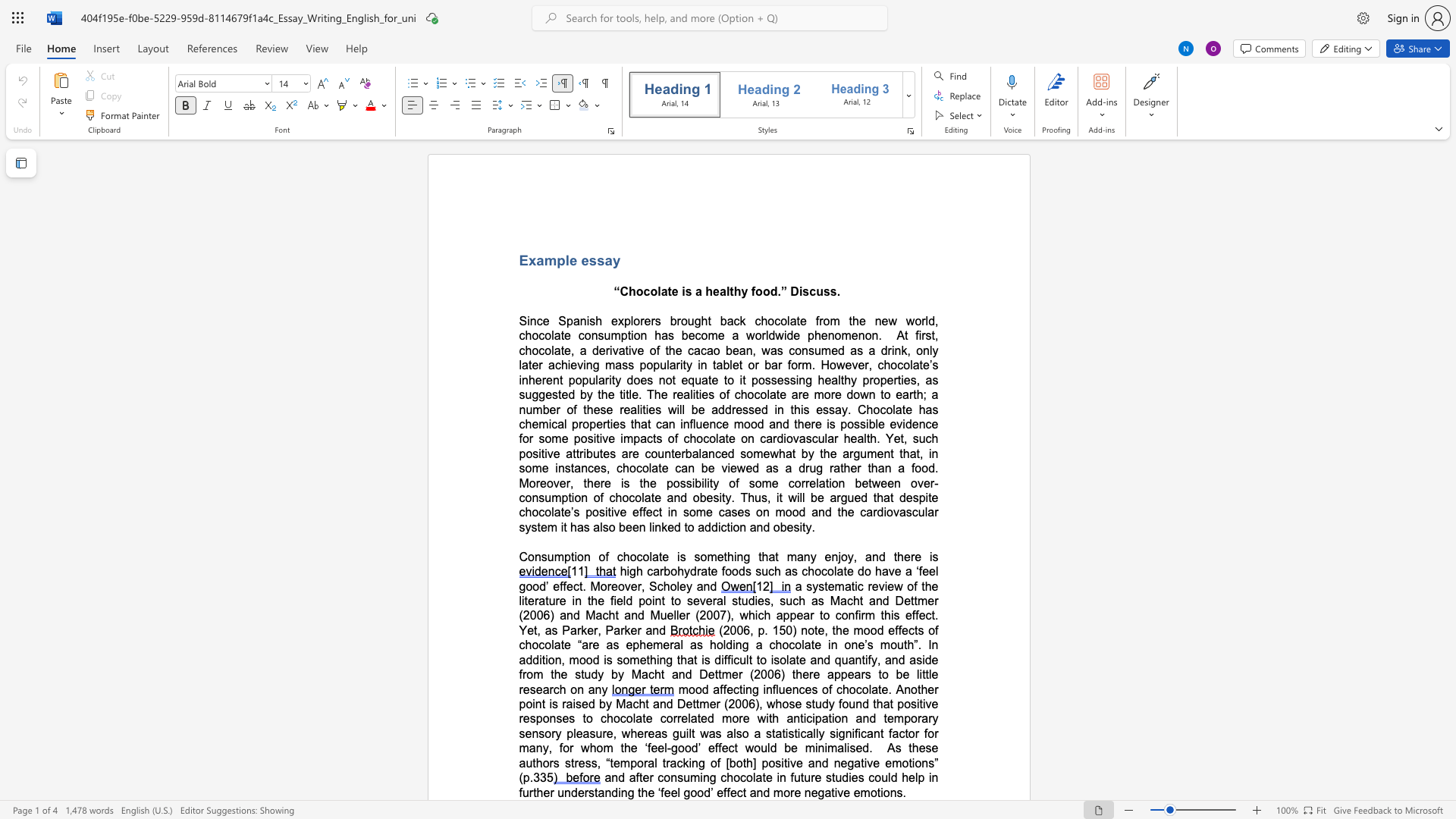 This screenshot has width=1456, height=819. What do you see at coordinates (602, 453) in the screenshot?
I see `the subset text "es are counterbalan" within the text "for some positive impacts of chocolate on cardiovascular health. Yet, such positive attributes are counterbalanced"` at bounding box center [602, 453].